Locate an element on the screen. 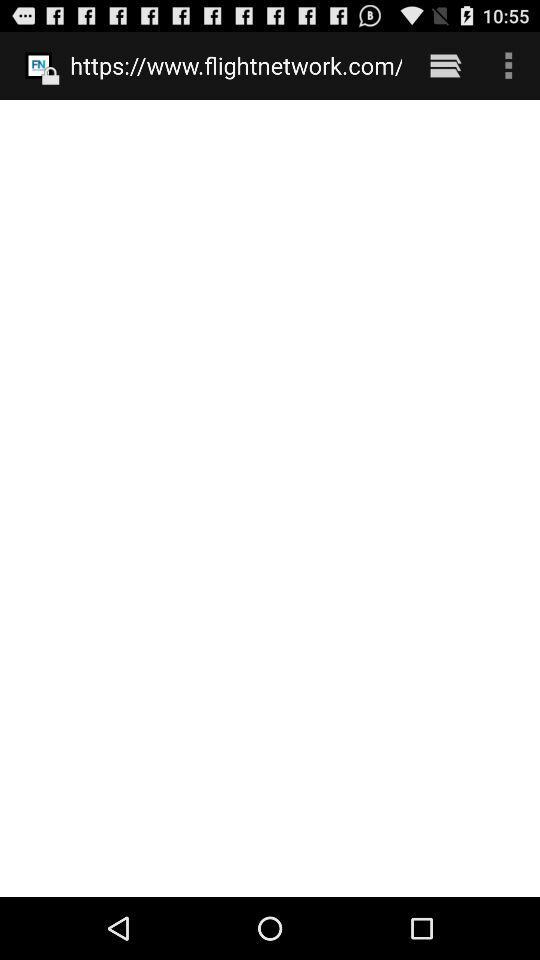 Image resolution: width=540 pixels, height=960 pixels. the https www flightnetwork icon is located at coordinates (235, 65).